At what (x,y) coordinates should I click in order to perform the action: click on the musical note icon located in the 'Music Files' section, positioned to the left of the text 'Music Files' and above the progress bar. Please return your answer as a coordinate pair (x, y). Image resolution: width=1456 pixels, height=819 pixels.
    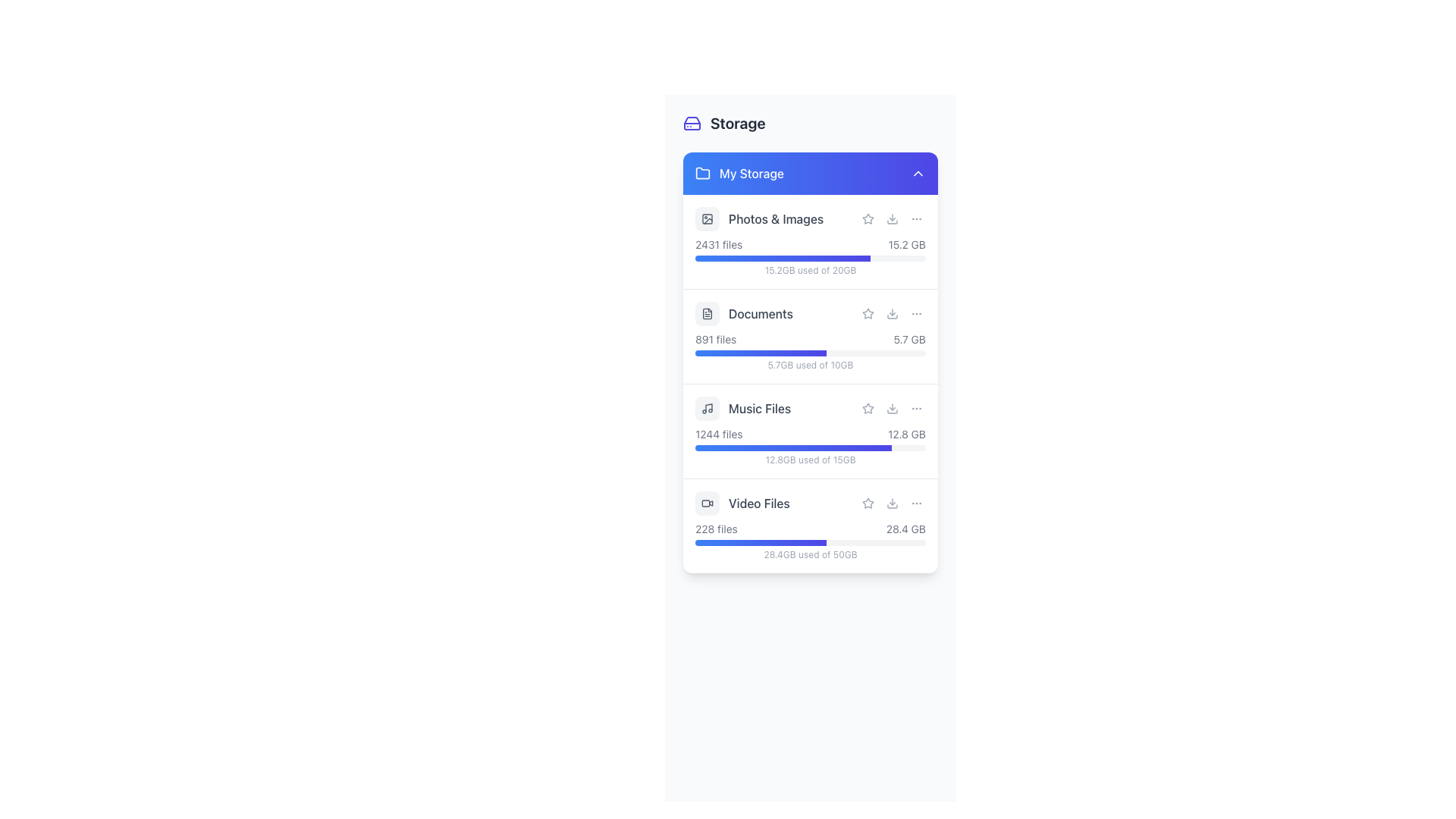
    Looking at the image, I should click on (706, 408).